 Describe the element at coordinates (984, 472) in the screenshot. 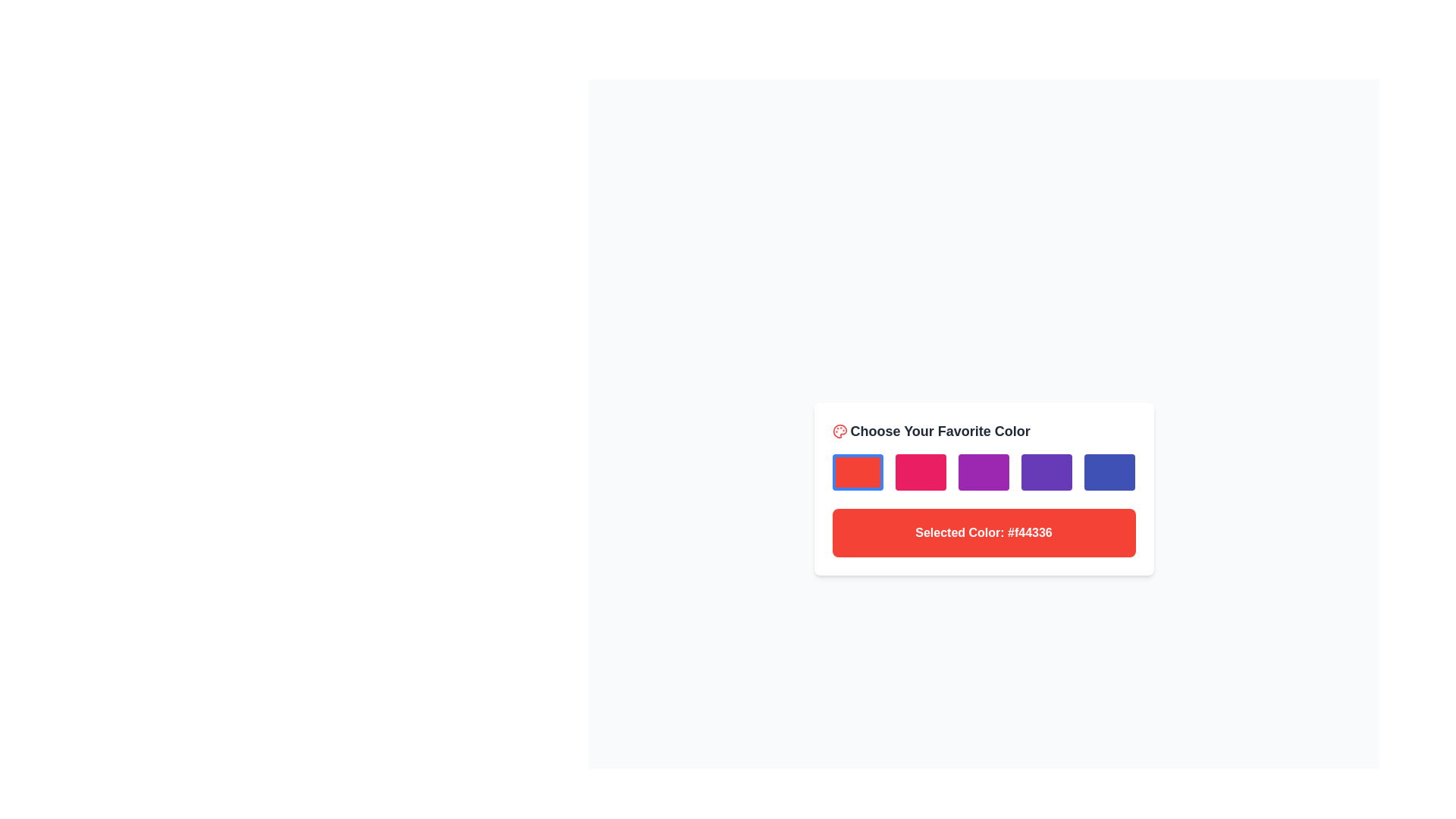

I see `the third button in a row of five color selection buttons with a purple background` at that location.